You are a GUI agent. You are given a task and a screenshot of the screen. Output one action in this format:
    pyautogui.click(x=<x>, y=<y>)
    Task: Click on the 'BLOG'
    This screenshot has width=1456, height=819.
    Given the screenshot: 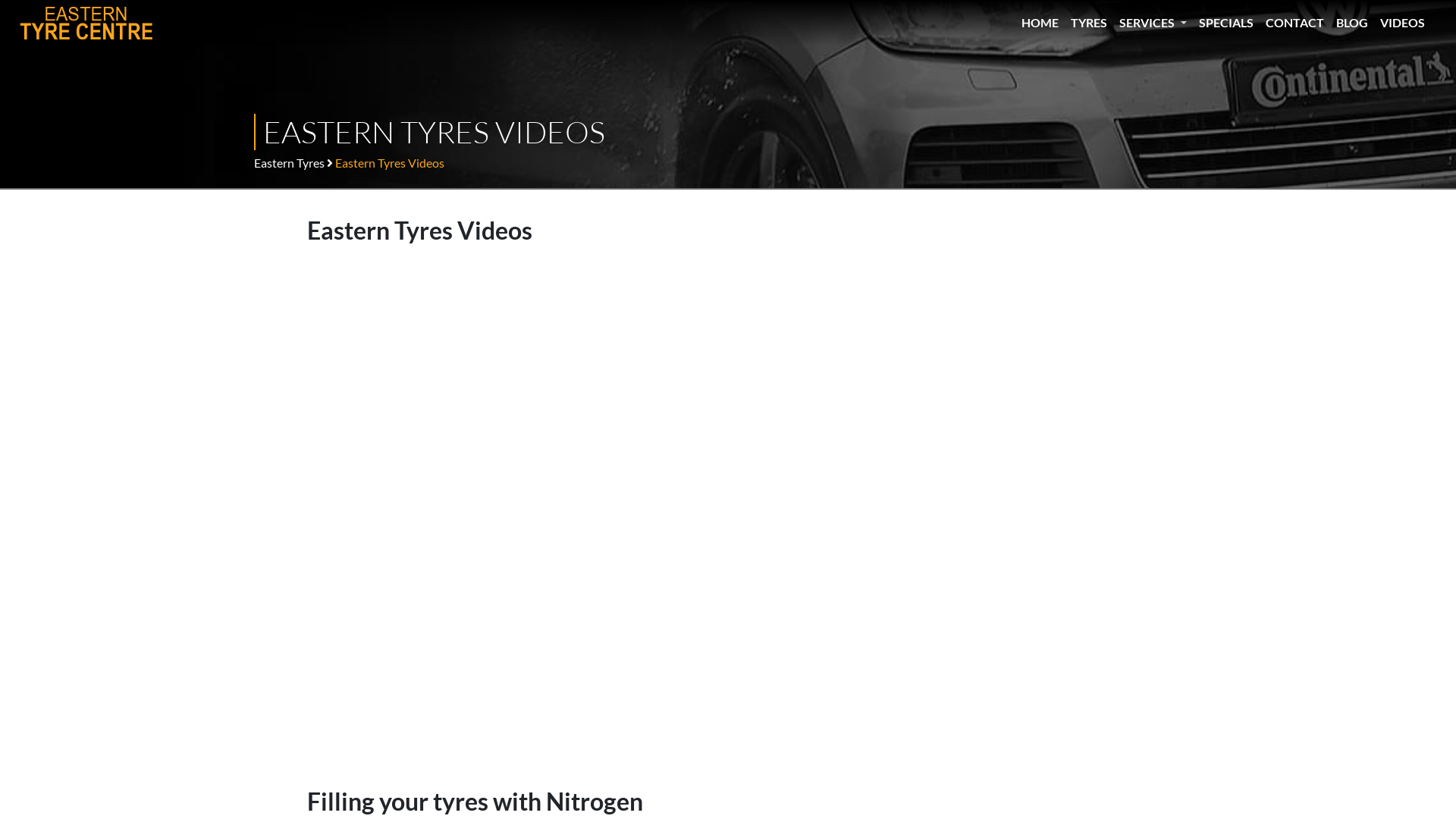 What is the action you would take?
    pyautogui.click(x=1357, y=23)
    